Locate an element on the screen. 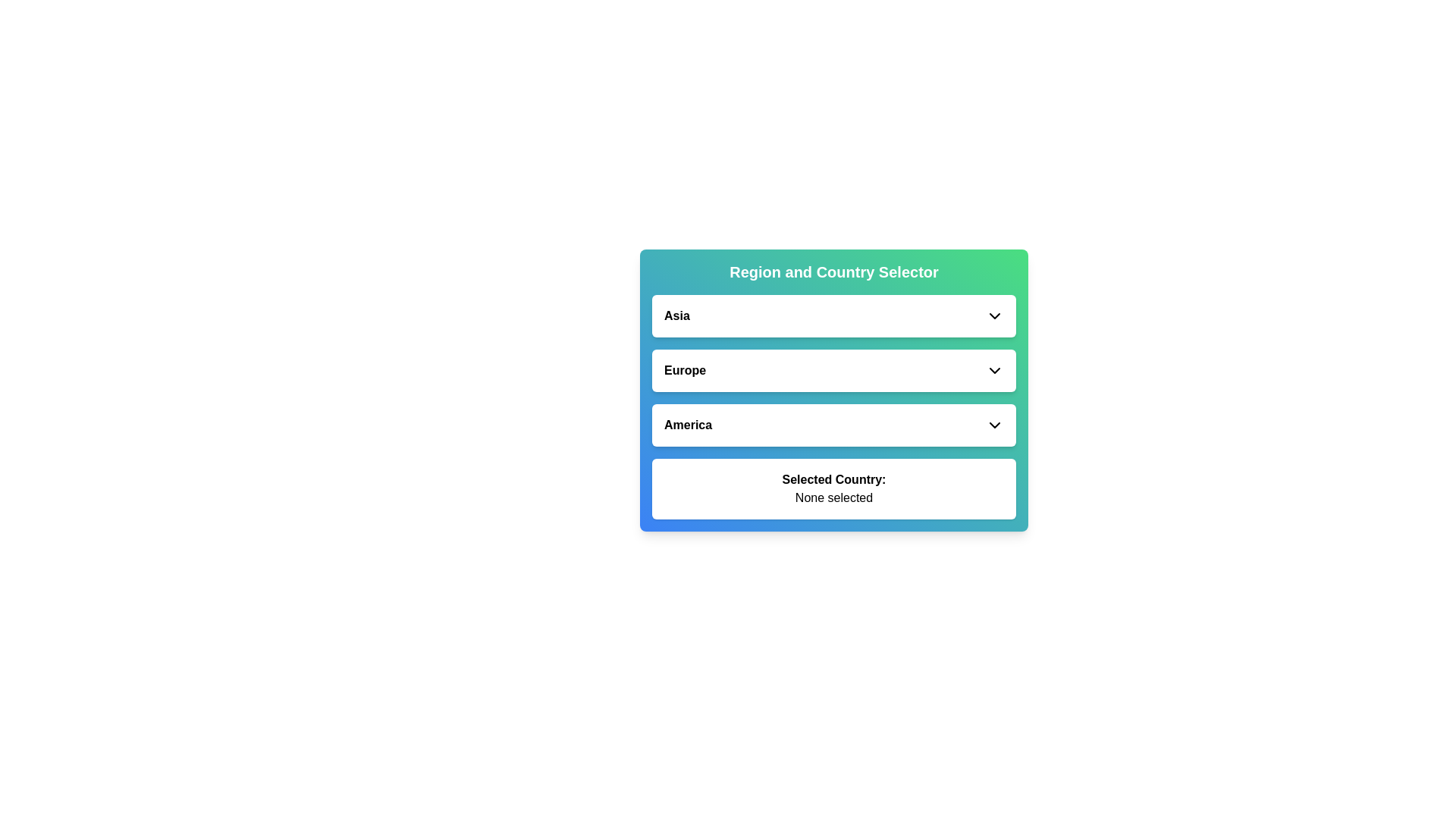  the text label displaying 'America' in the third row of the country selector menu is located at coordinates (687, 425).